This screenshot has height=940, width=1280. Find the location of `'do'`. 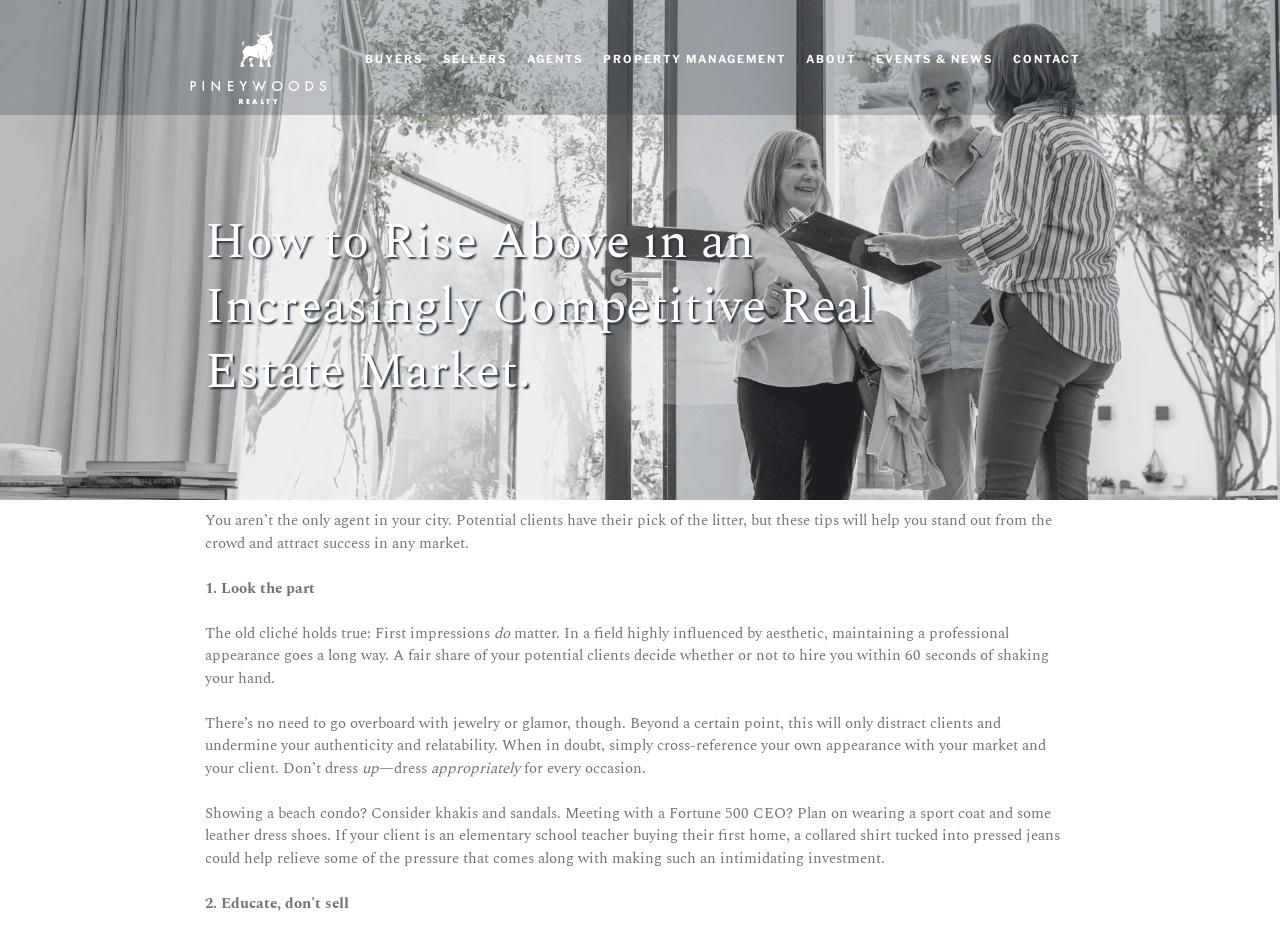

'do' is located at coordinates (503, 632).